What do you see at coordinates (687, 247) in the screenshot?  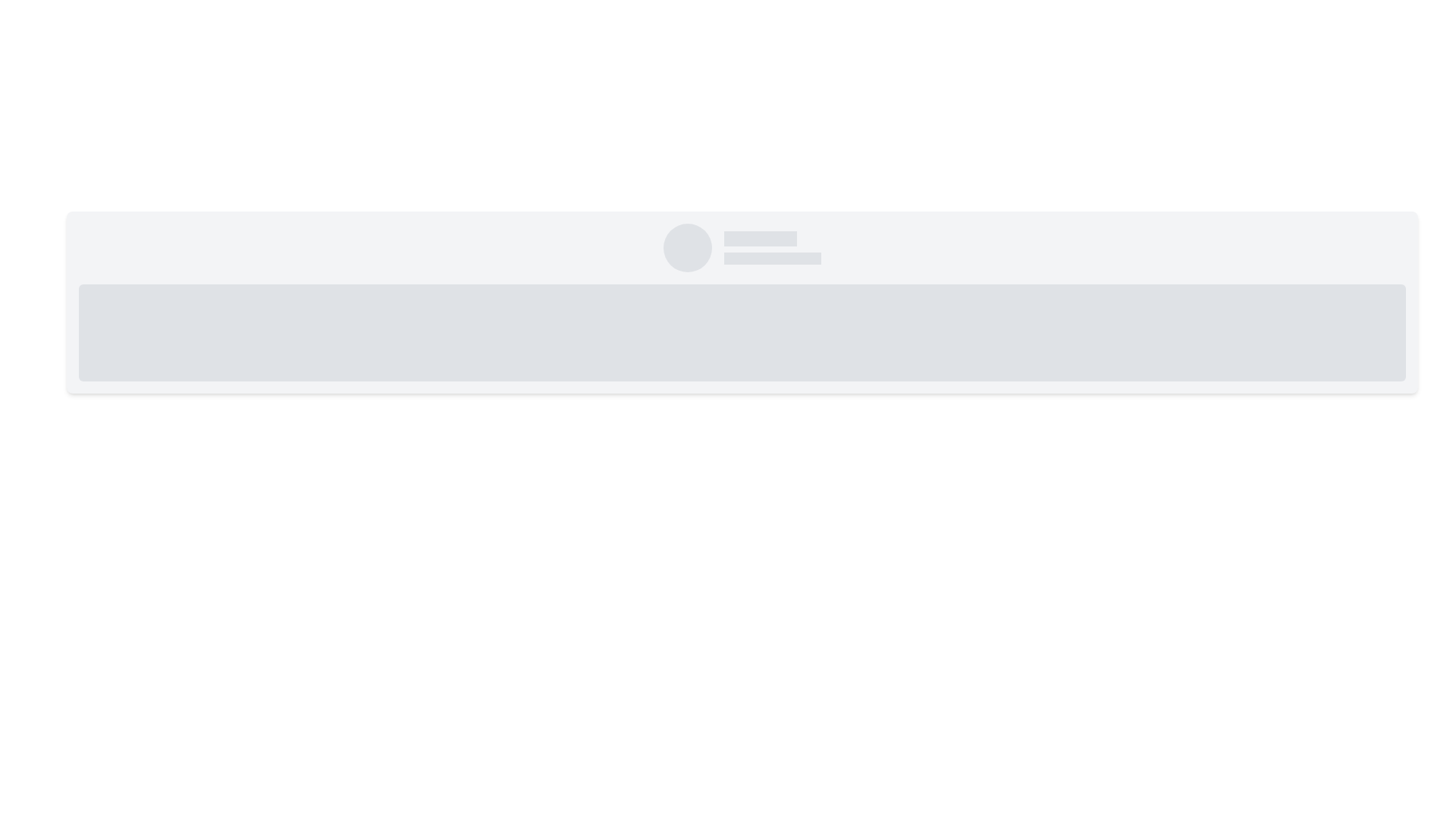 I see `the circular UI placeholder with a gray background, positioned at the left side of a group of rectangular elements` at bounding box center [687, 247].